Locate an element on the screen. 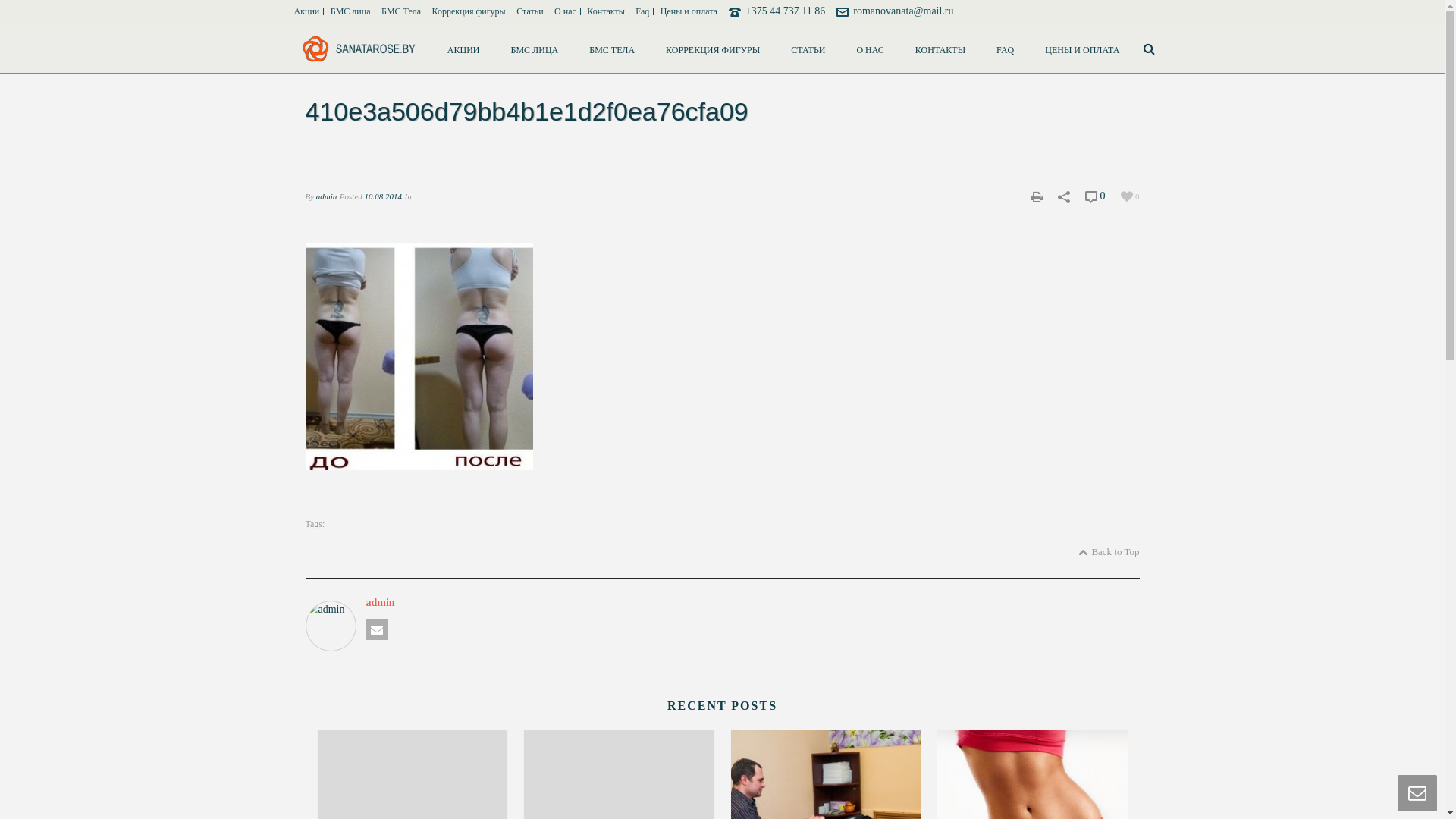 Image resolution: width=1456 pixels, height=819 pixels. 'Back to Top' is located at coordinates (1109, 552).